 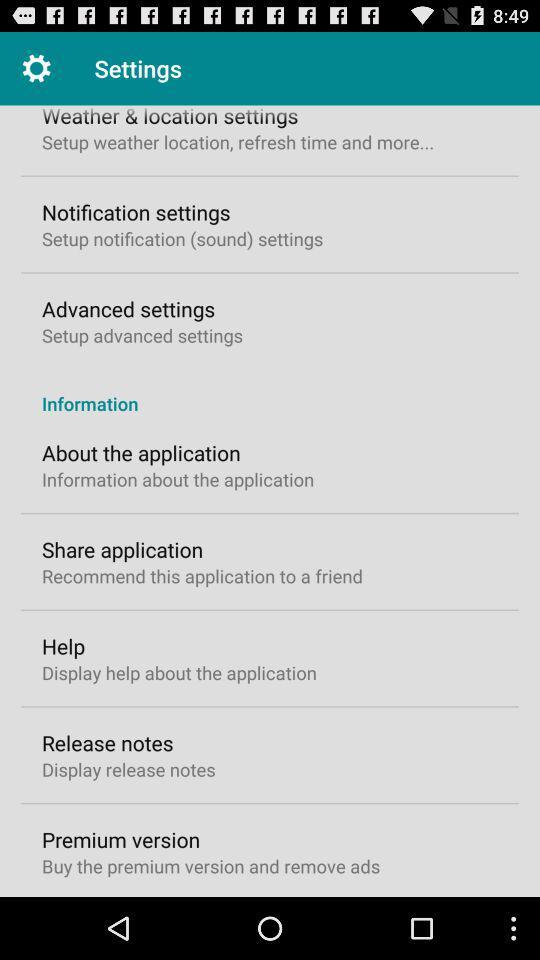 What do you see at coordinates (182, 238) in the screenshot?
I see `the setup notification sound icon` at bounding box center [182, 238].